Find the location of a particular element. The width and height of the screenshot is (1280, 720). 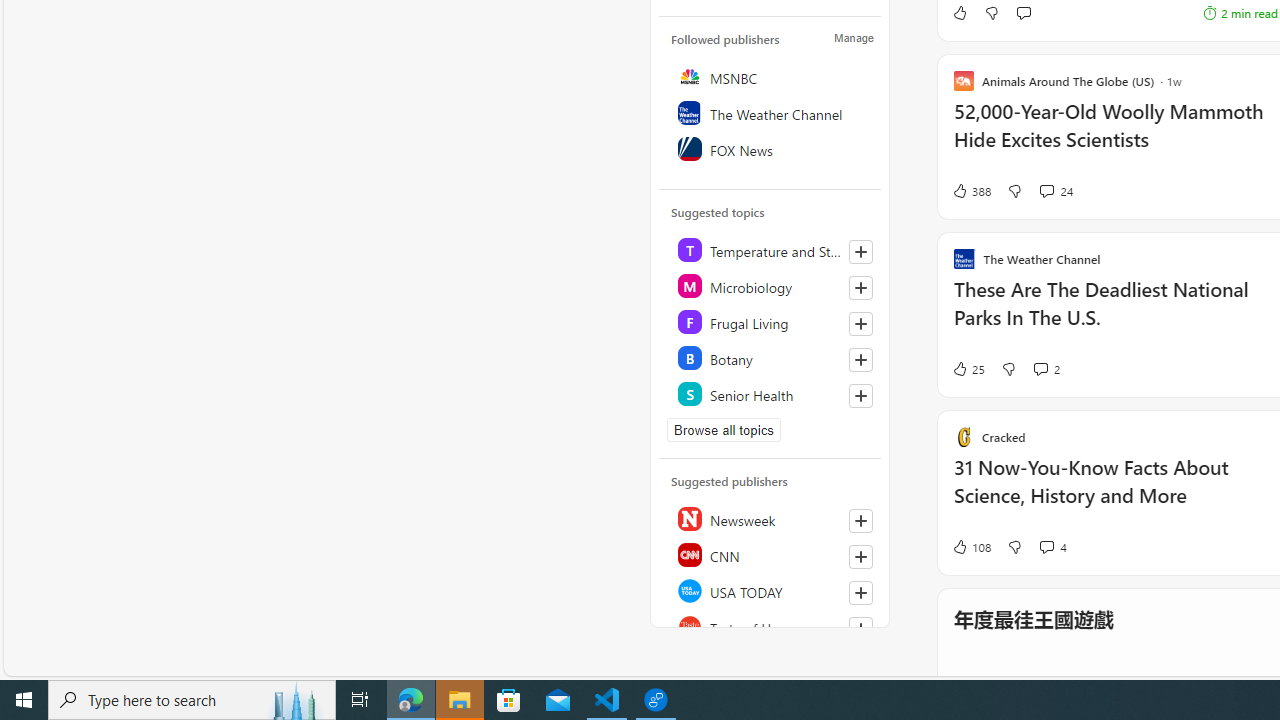

'These Are The Deadliest National Parks In The U.S.' is located at coordinates (1114, 313).